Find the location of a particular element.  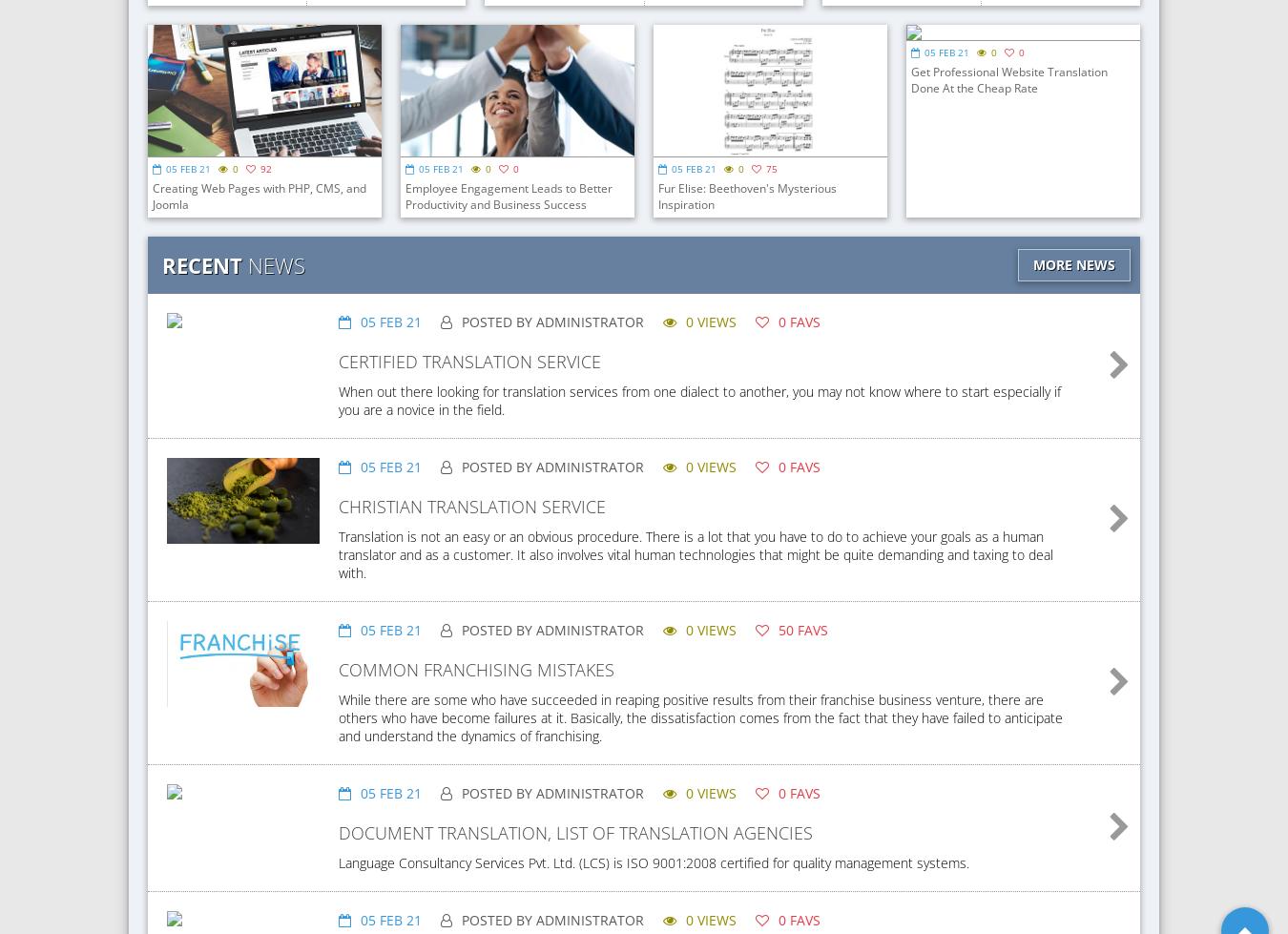

'Common Franchising Mistakes' is located at coordinates (475, 669).